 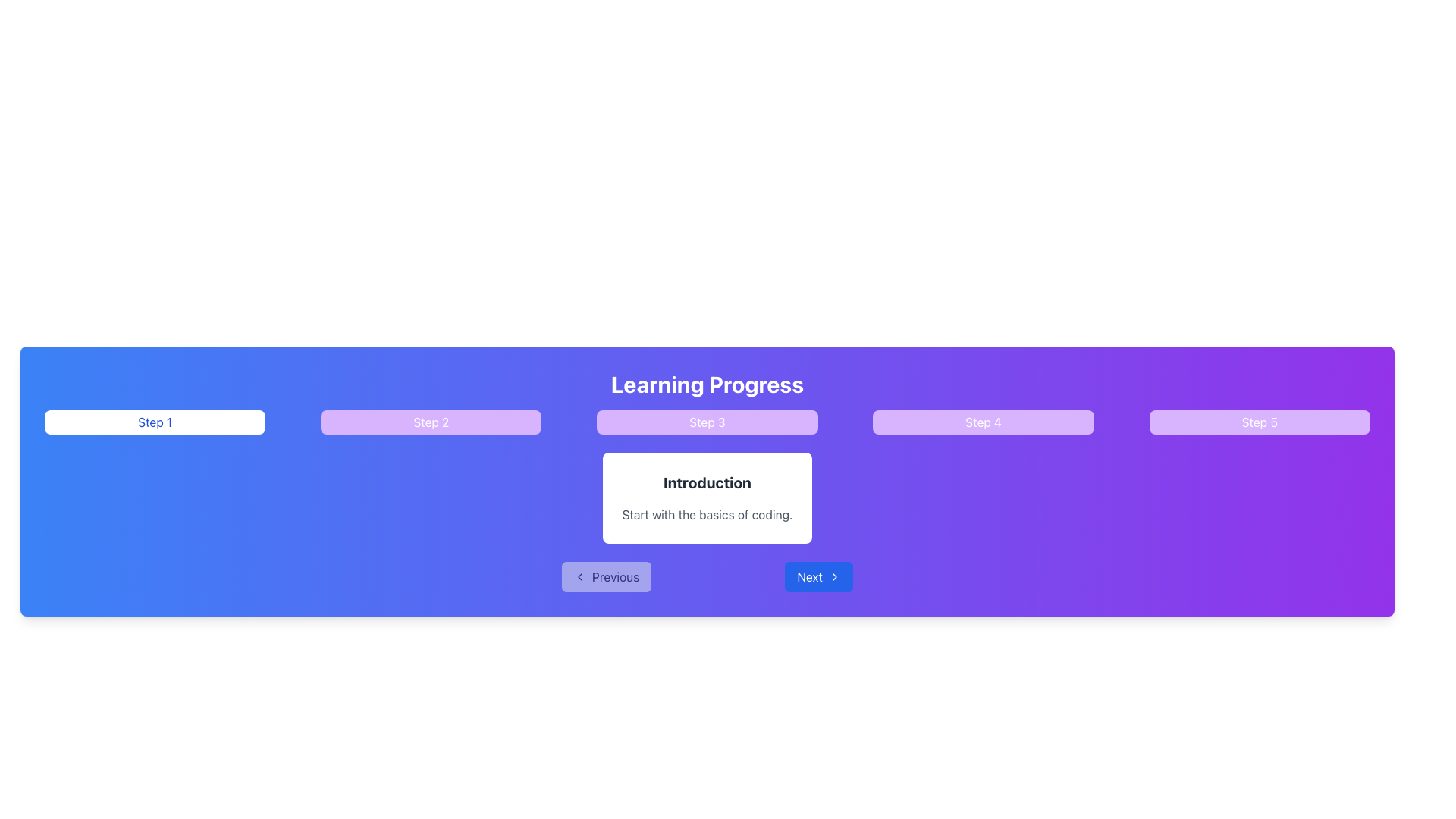 I want to click on the fifth button in the 'Learning Progress' bar, so click(x=1260, y=422).